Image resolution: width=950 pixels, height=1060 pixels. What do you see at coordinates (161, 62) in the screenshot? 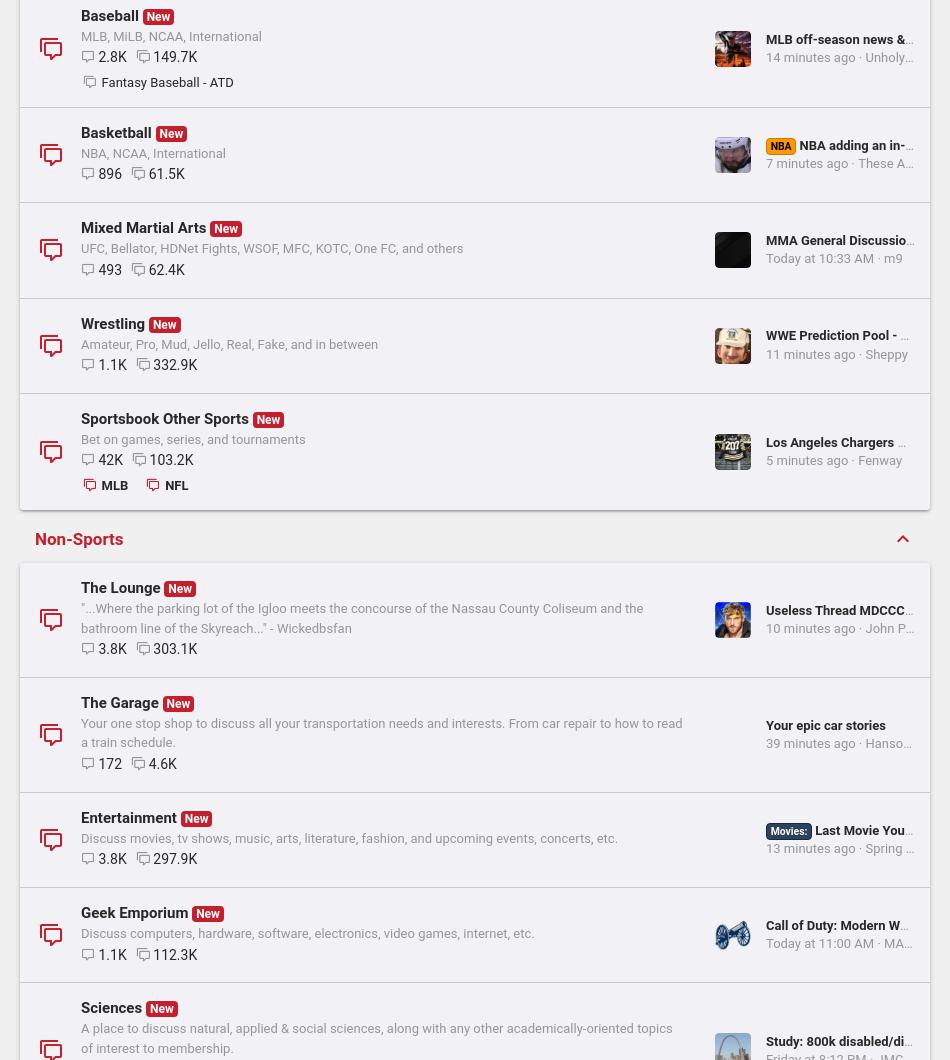
I see `'8.5K'` at bounding box center [161, 62].